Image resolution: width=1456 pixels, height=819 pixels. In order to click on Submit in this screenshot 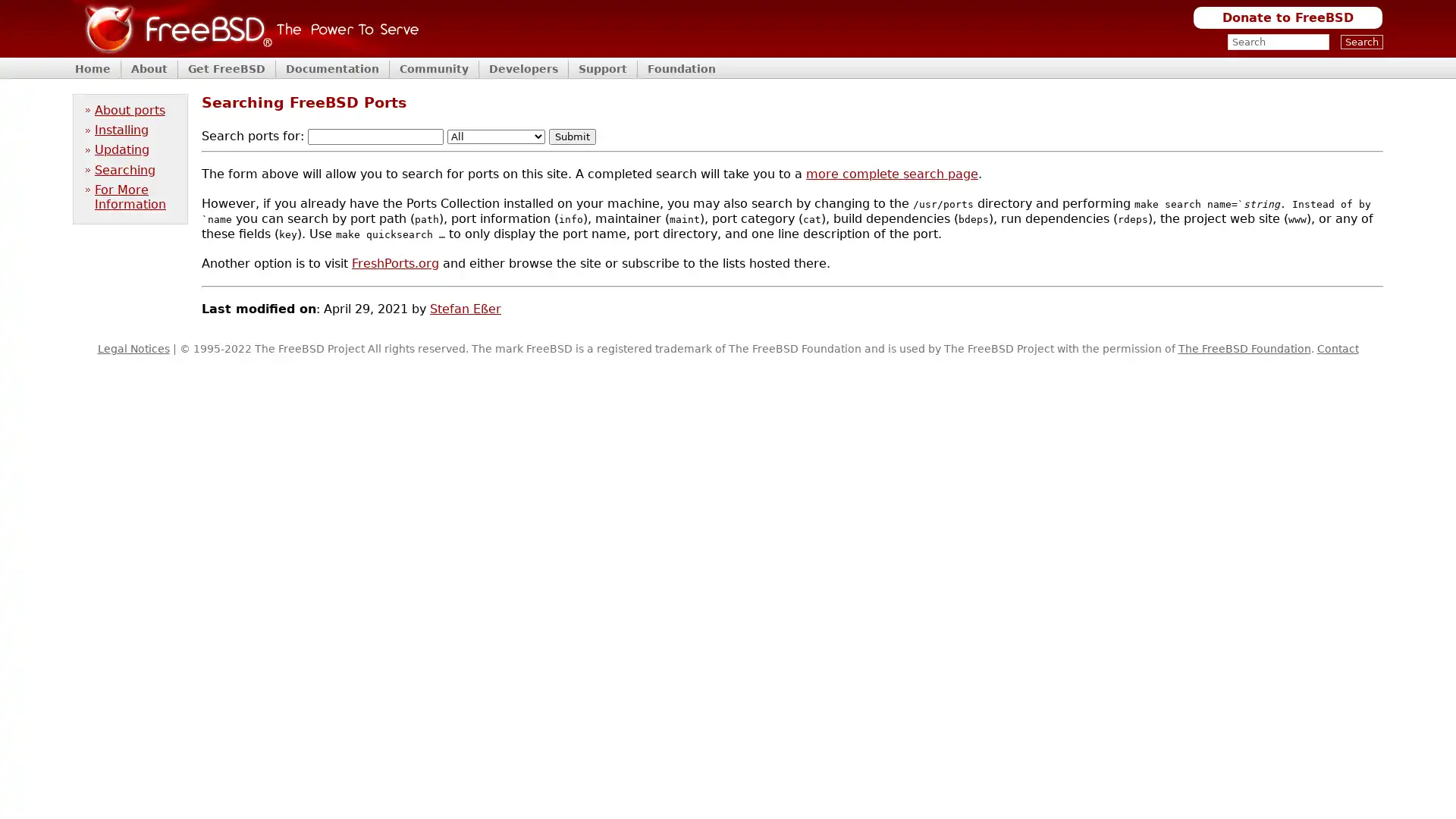, I will do `click(571, 136)`.